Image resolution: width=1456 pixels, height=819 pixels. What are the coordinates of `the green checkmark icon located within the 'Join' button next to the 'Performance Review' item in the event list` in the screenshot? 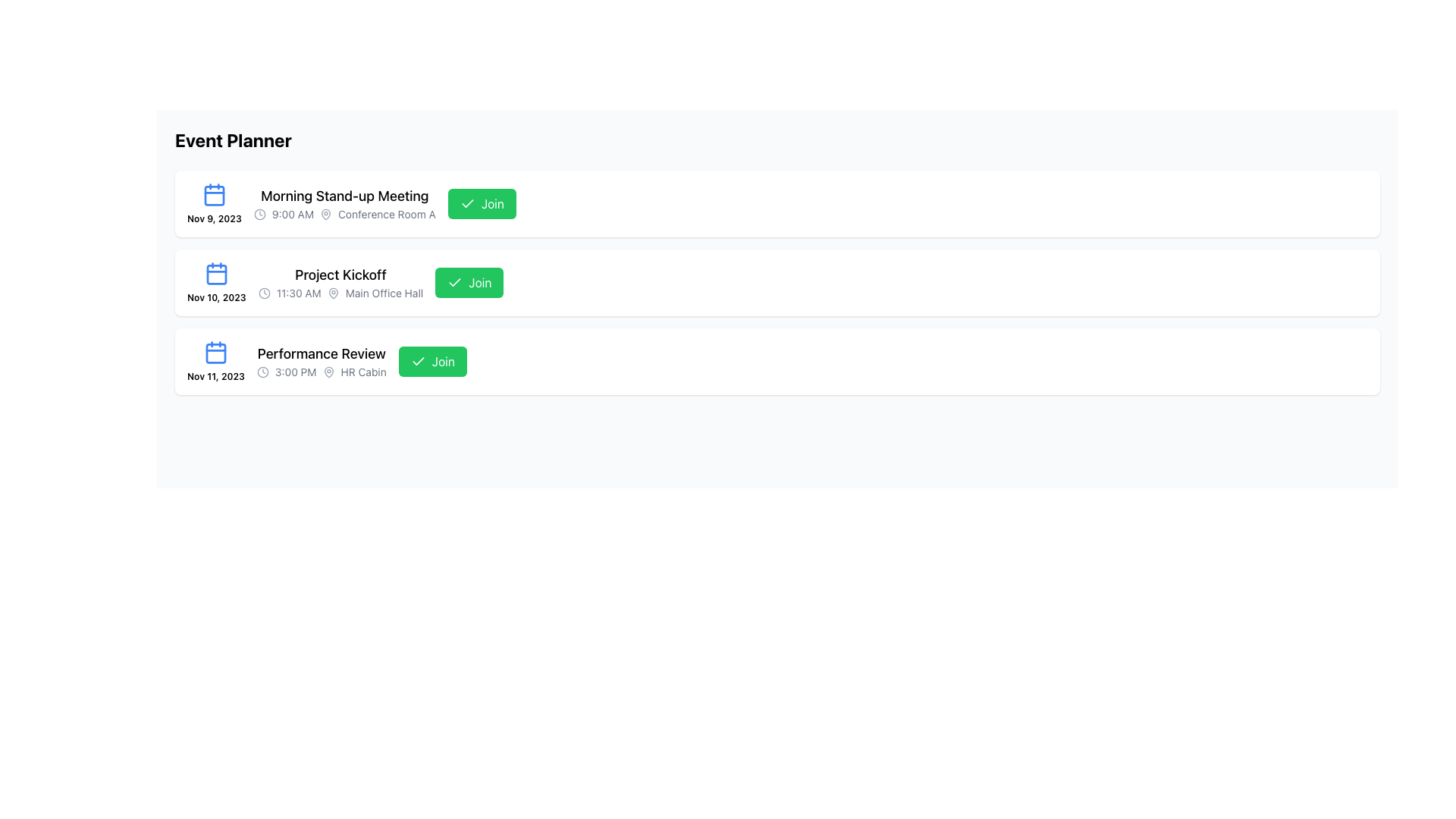 It's located at (418, 362).